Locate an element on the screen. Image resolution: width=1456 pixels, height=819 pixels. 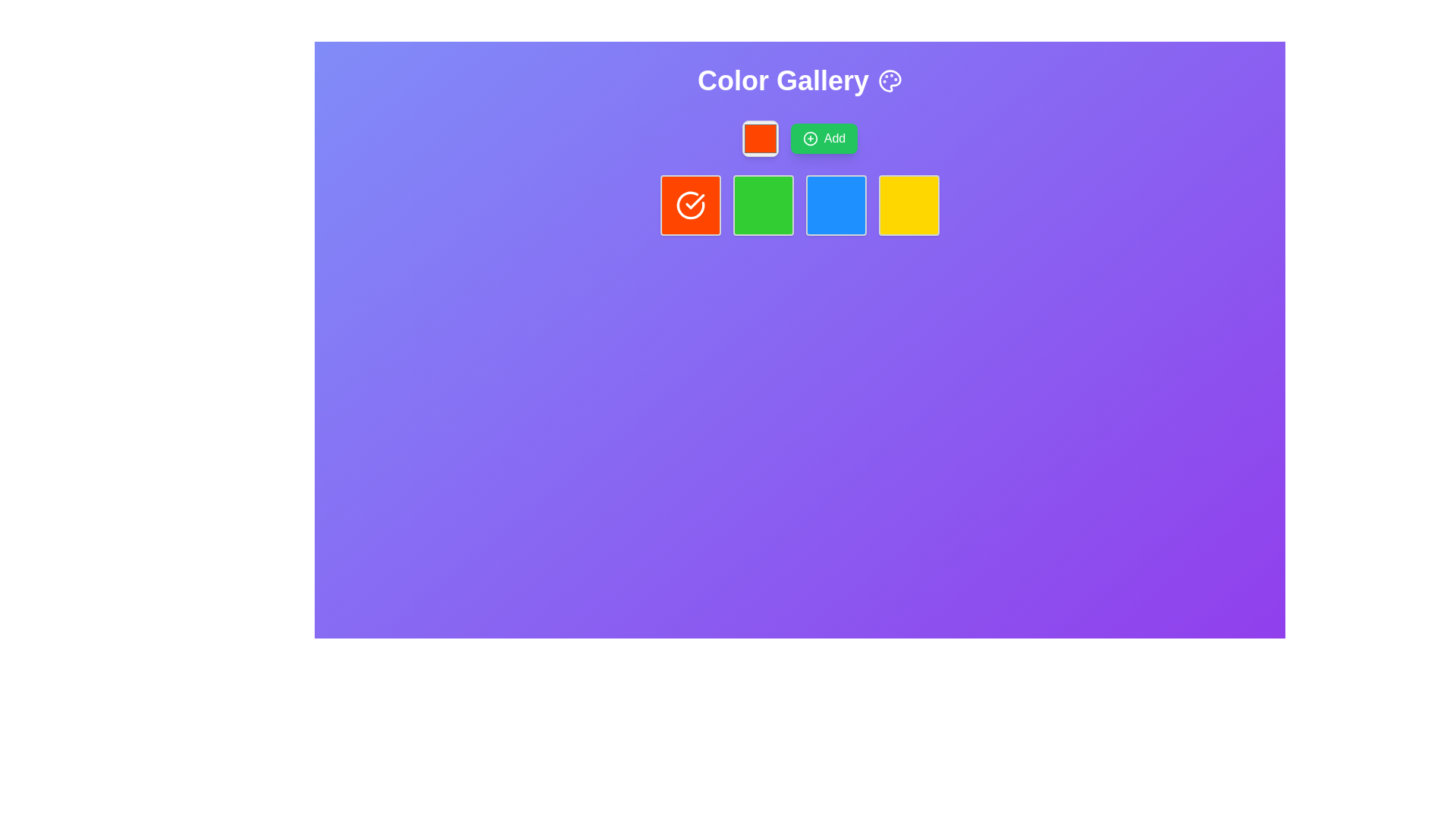
the circular '+' icon with a green background inside the 'Add' button is located at coordinates (809, 138).